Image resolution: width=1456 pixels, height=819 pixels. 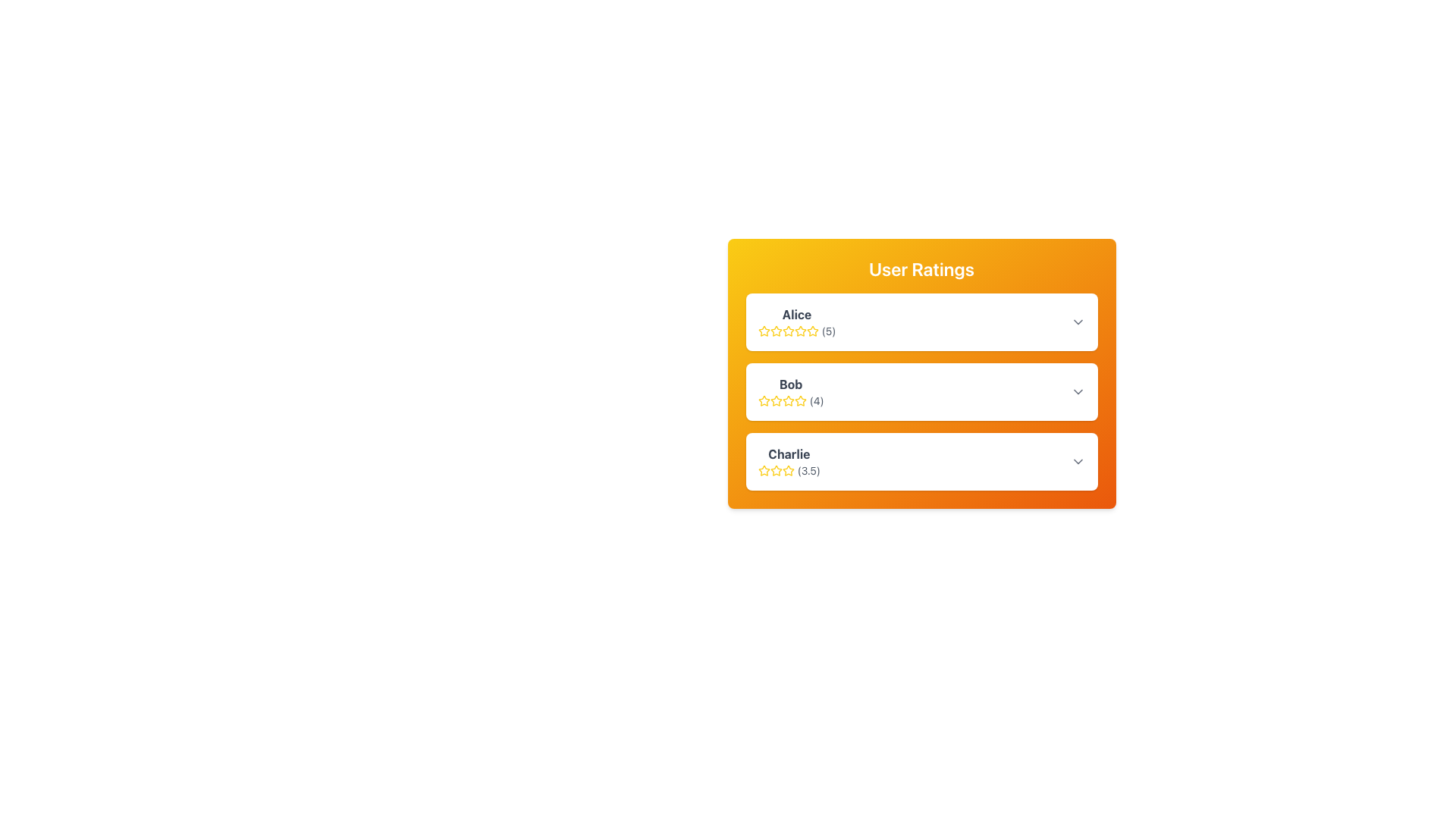 What do you see at coordinates (764, 400) in the screenshot?
I see `the first star icon in the 5-star rating widget for 'Bob' to interact with it` at bounding box center [764, 400].